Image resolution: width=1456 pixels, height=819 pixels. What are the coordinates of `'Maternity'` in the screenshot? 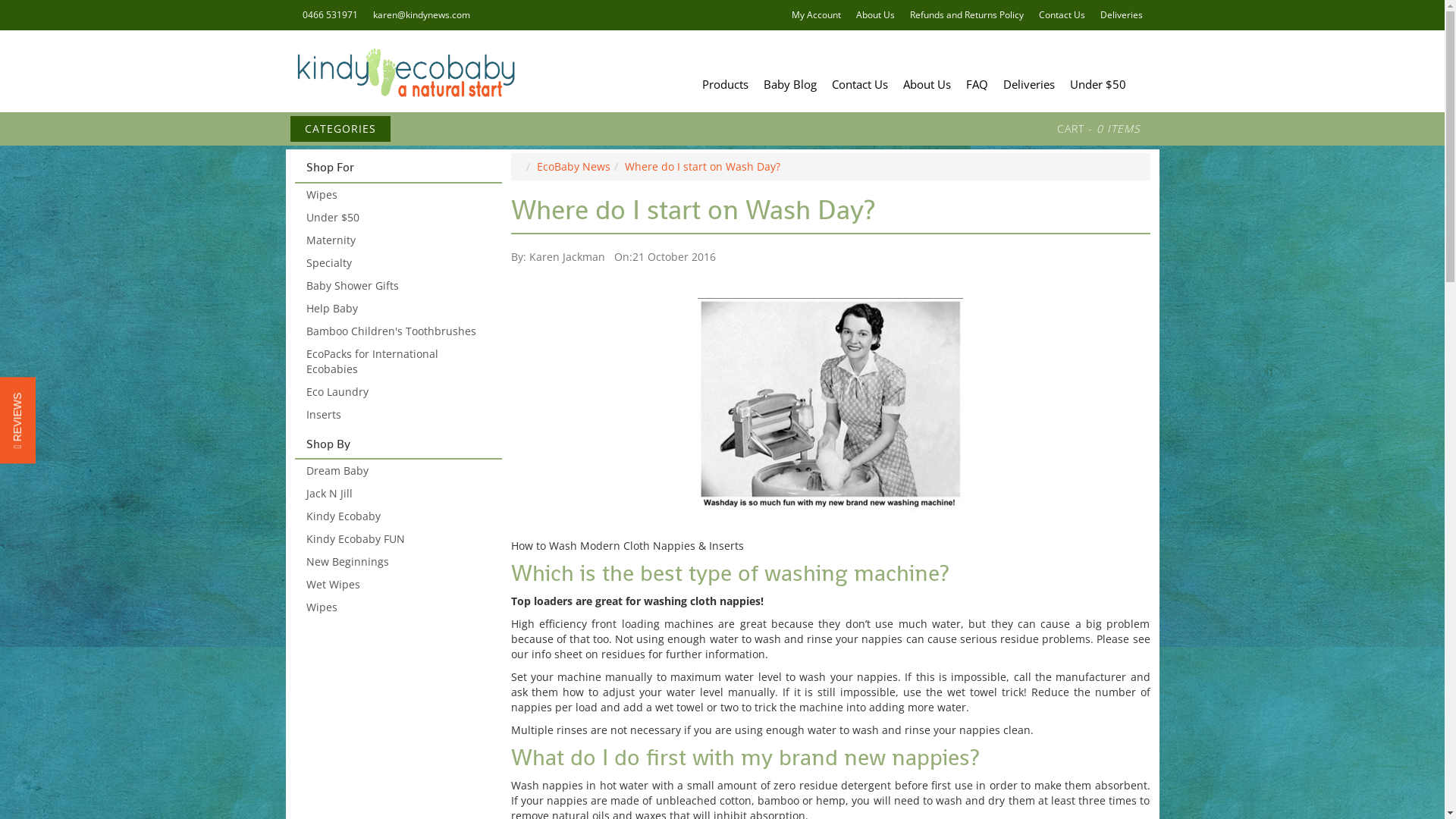 It's located at (294, 239).